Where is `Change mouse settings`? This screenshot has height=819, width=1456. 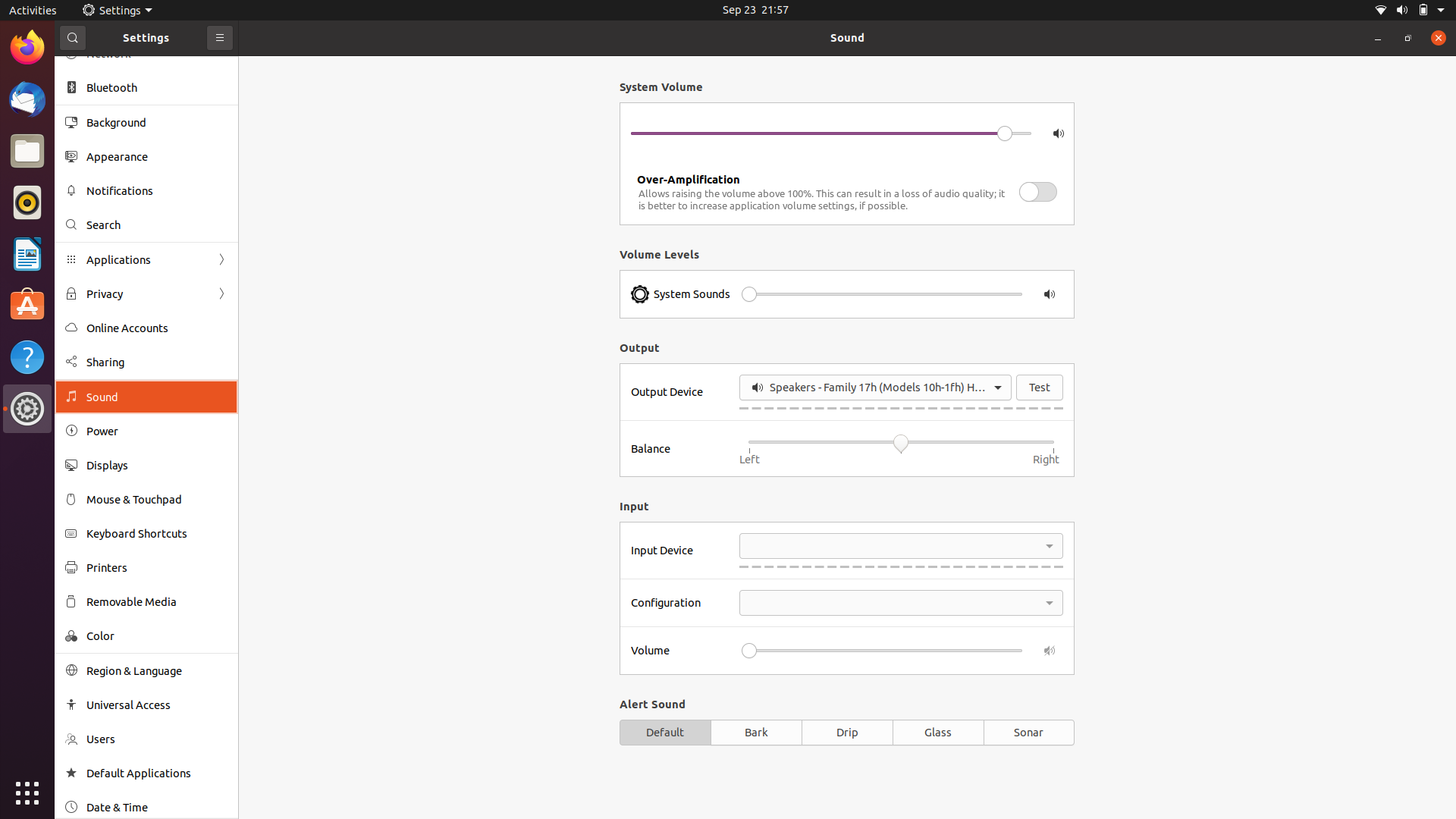 Change mouse settings is located at coordinates (144, 500).